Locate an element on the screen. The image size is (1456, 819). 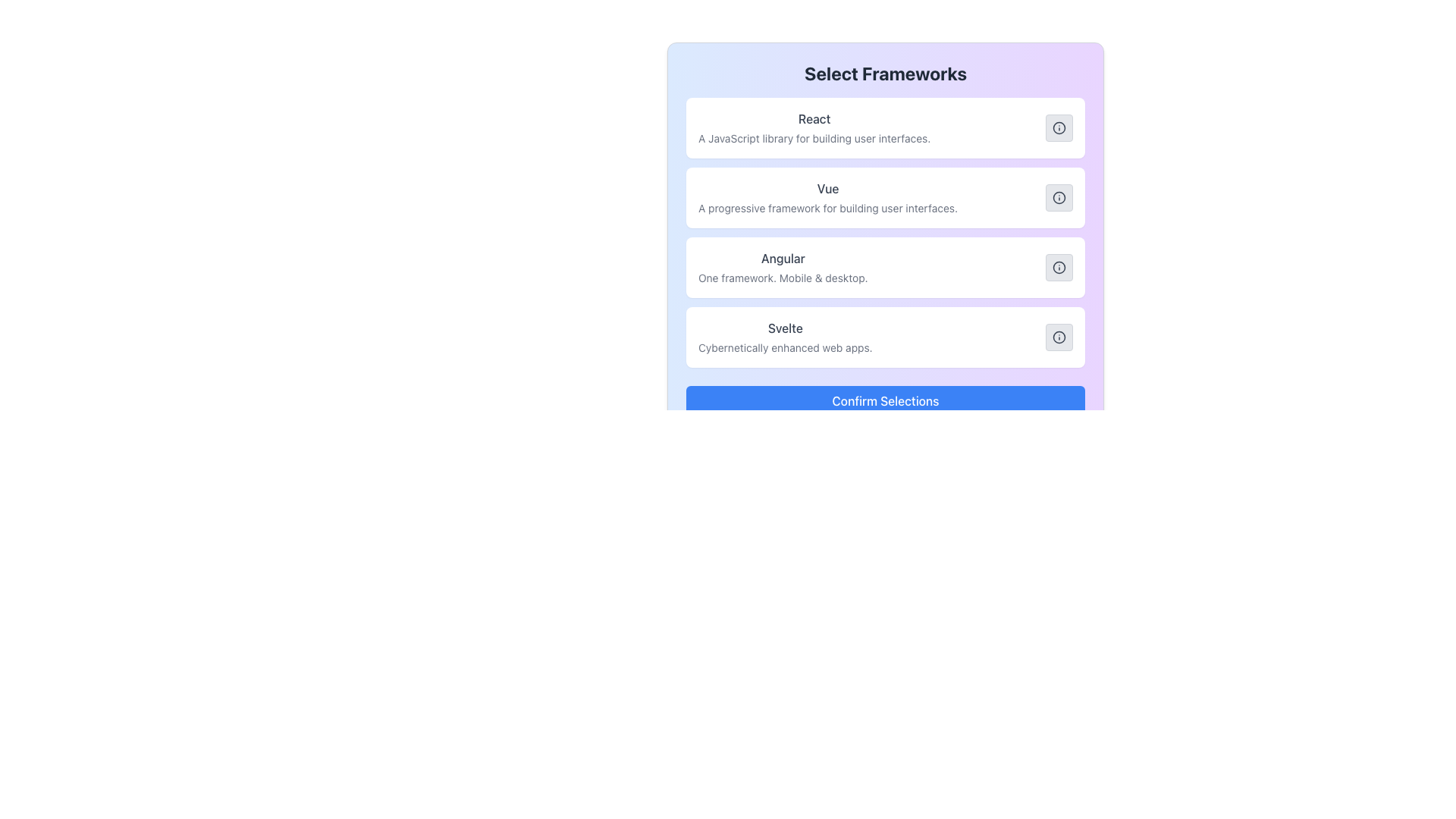
the Header Text element that serves as the title header for the selection panel, which is located at the top of a rounded card-like panel with a gradient background is located at coordinates (885, 73).